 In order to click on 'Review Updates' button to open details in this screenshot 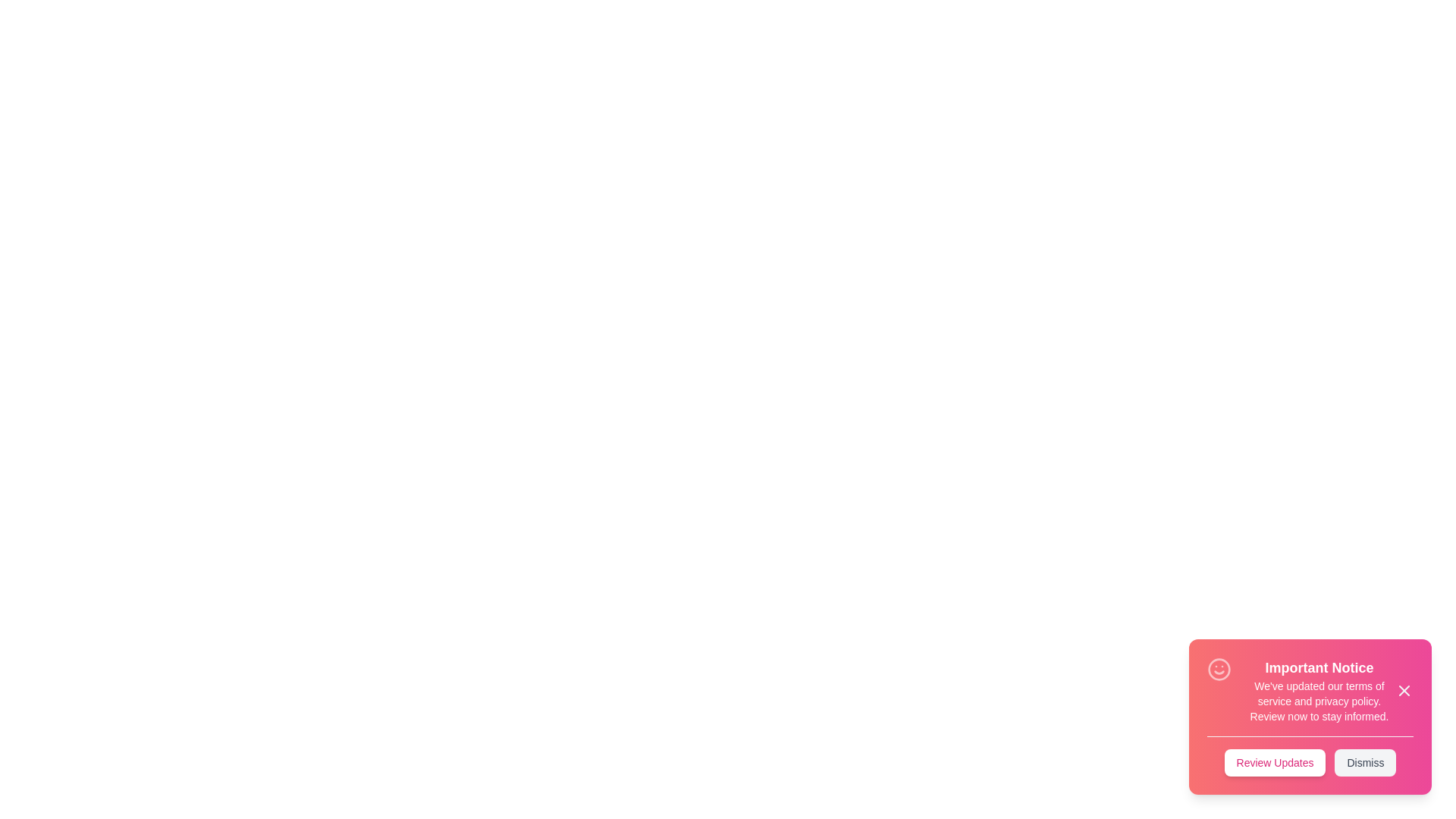, I will do `click(1274, 763)`.